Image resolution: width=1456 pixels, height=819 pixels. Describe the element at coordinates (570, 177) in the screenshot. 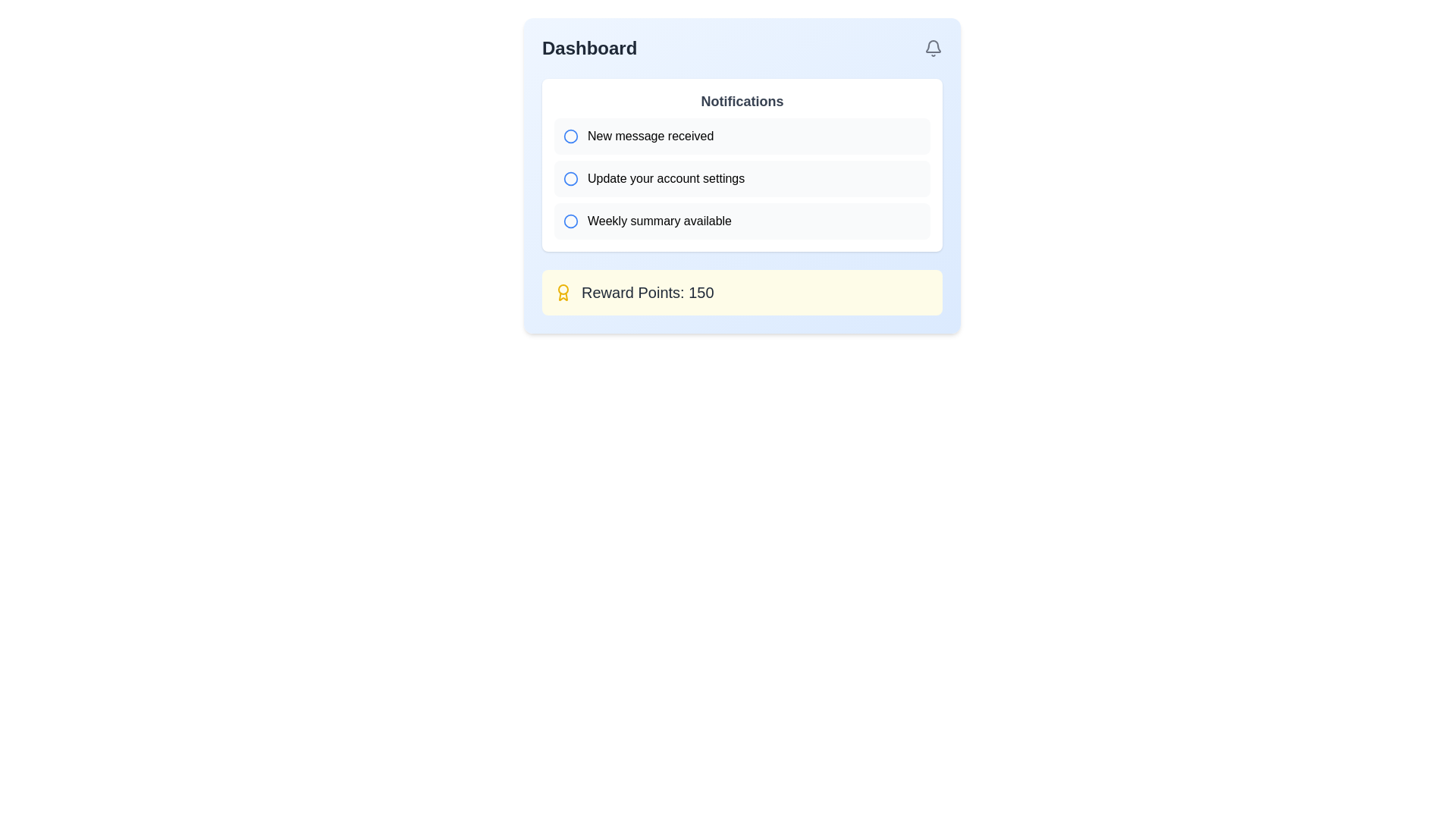

I see `the circular icon with a blue outline, which is the second indicator in the vertical list of notifications next to 'Update your account settings'` at that location.